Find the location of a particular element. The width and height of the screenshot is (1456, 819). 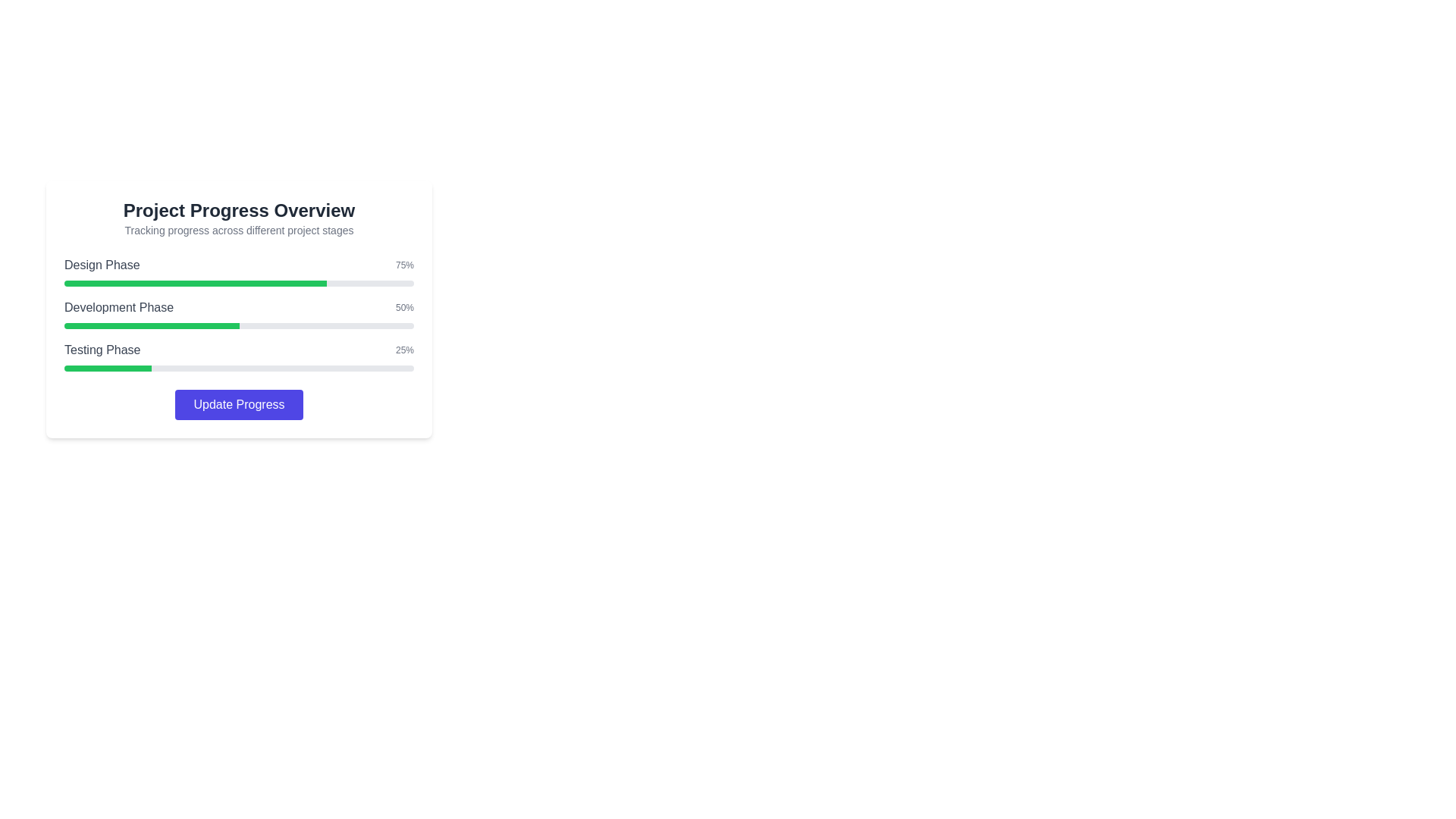

the Text label that signifies the phase of a process or project, positioned to the left of the progress bar and associated percentage label, located at the bottom of the content card is located at coordinates (102, 350).